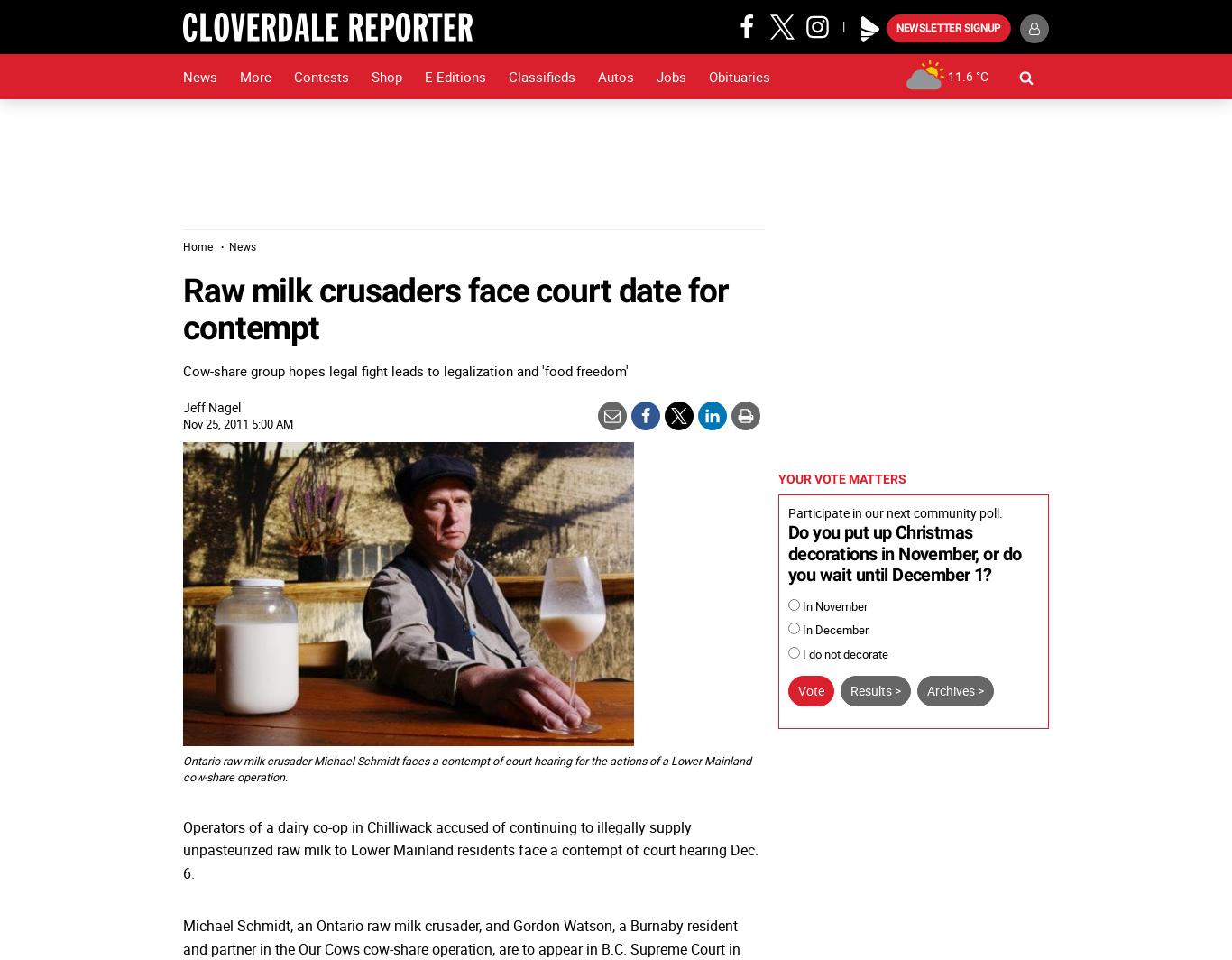  Describe the element at coordinates (875, 690) in the screenshot. I see `'Results >'` at that location.